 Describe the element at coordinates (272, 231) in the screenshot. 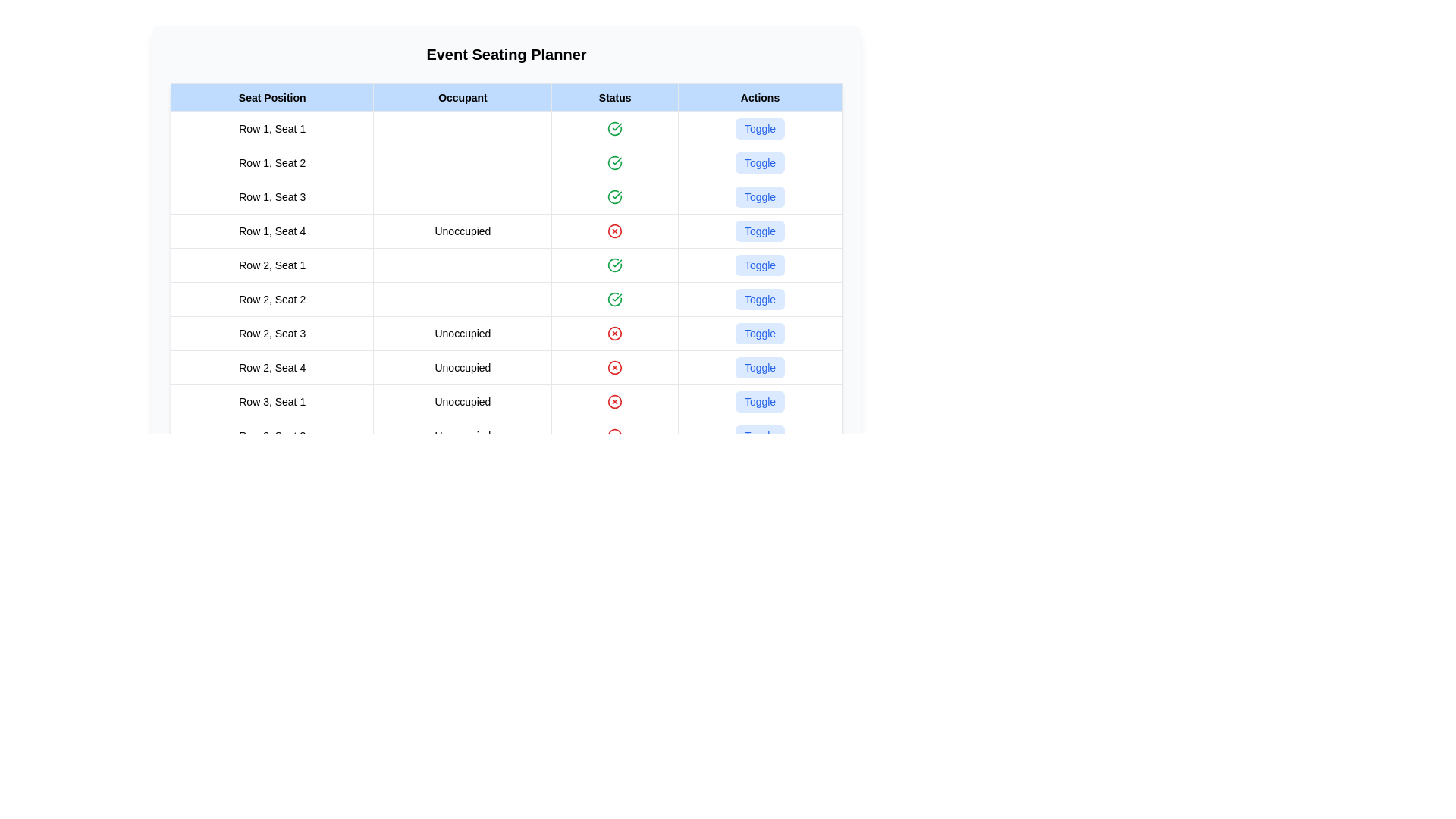

I see `the table cell displaying 'Row 1, Seat 4' which is styled with borders and is part of a tabular layout, located in the first row under the 'Seat Position' column` at that location.